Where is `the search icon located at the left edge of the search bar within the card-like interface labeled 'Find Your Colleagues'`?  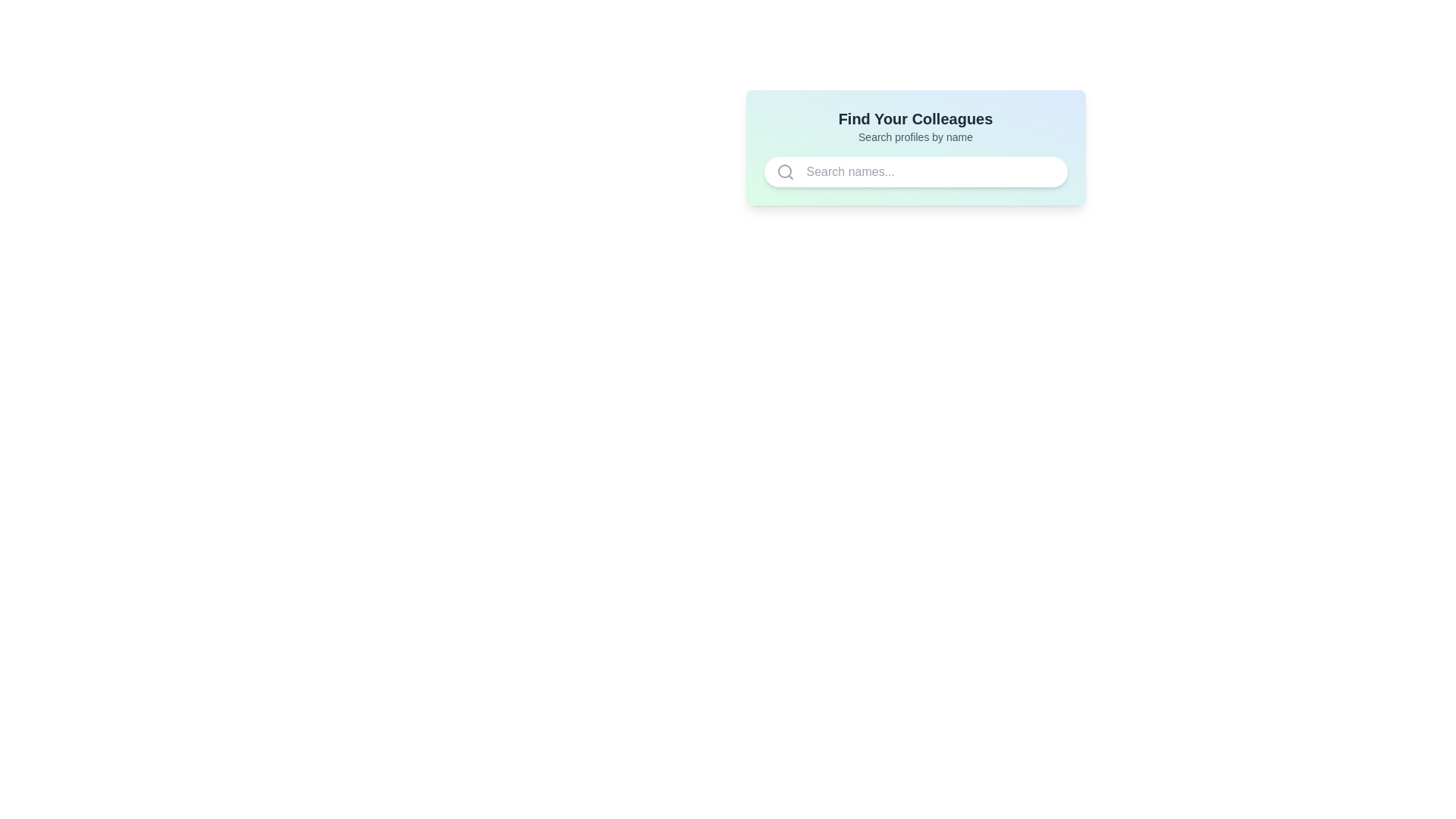 the search icon located at the left edge of the search bar within the card-like interface labeled 'Find Your Colleagues' is located at coordinates (785, 171).